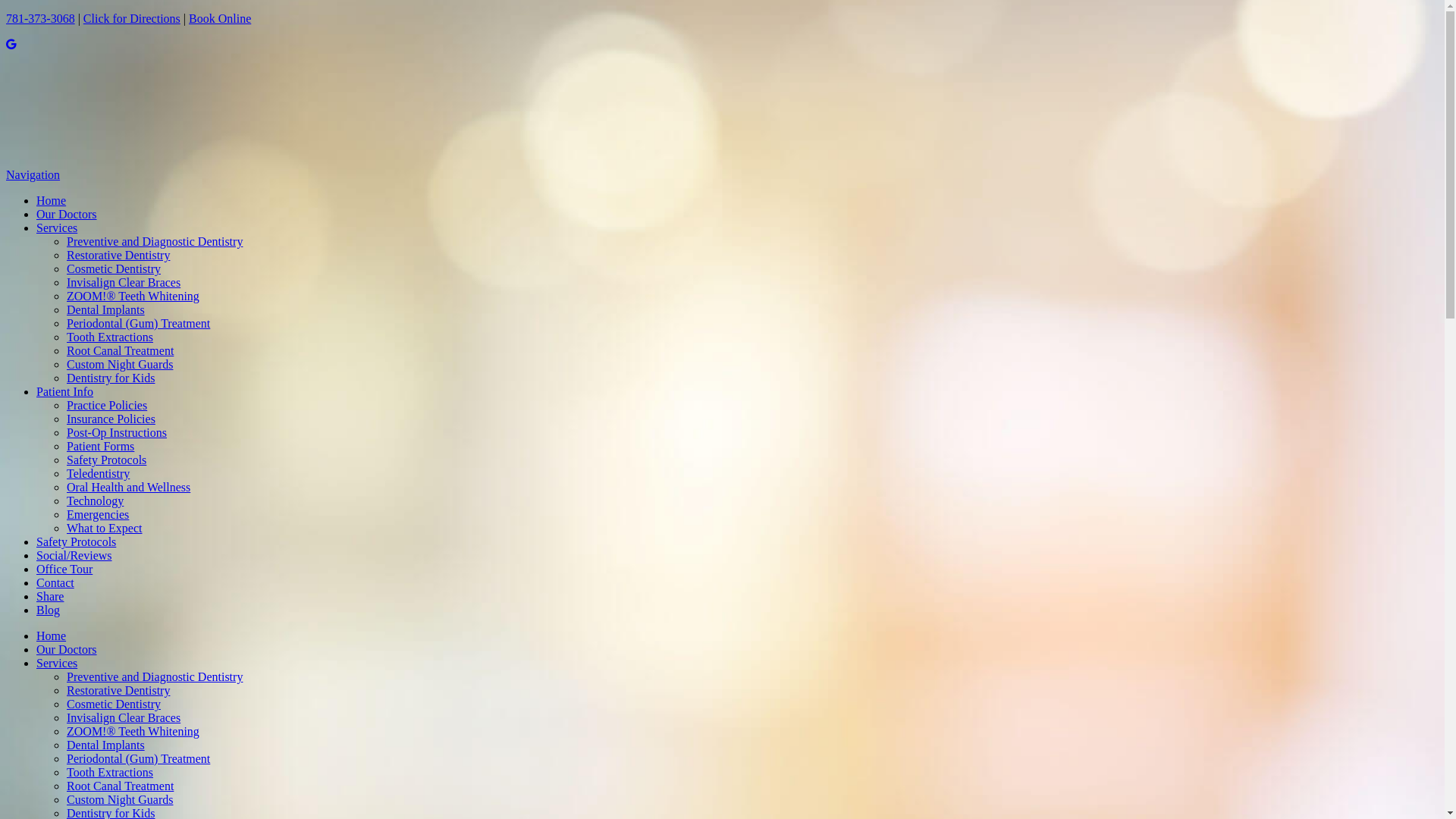 The image size is (1456, 819). Describe the element at coordinates (36, 663) in the screenshot. I see `'Services'` at that location.